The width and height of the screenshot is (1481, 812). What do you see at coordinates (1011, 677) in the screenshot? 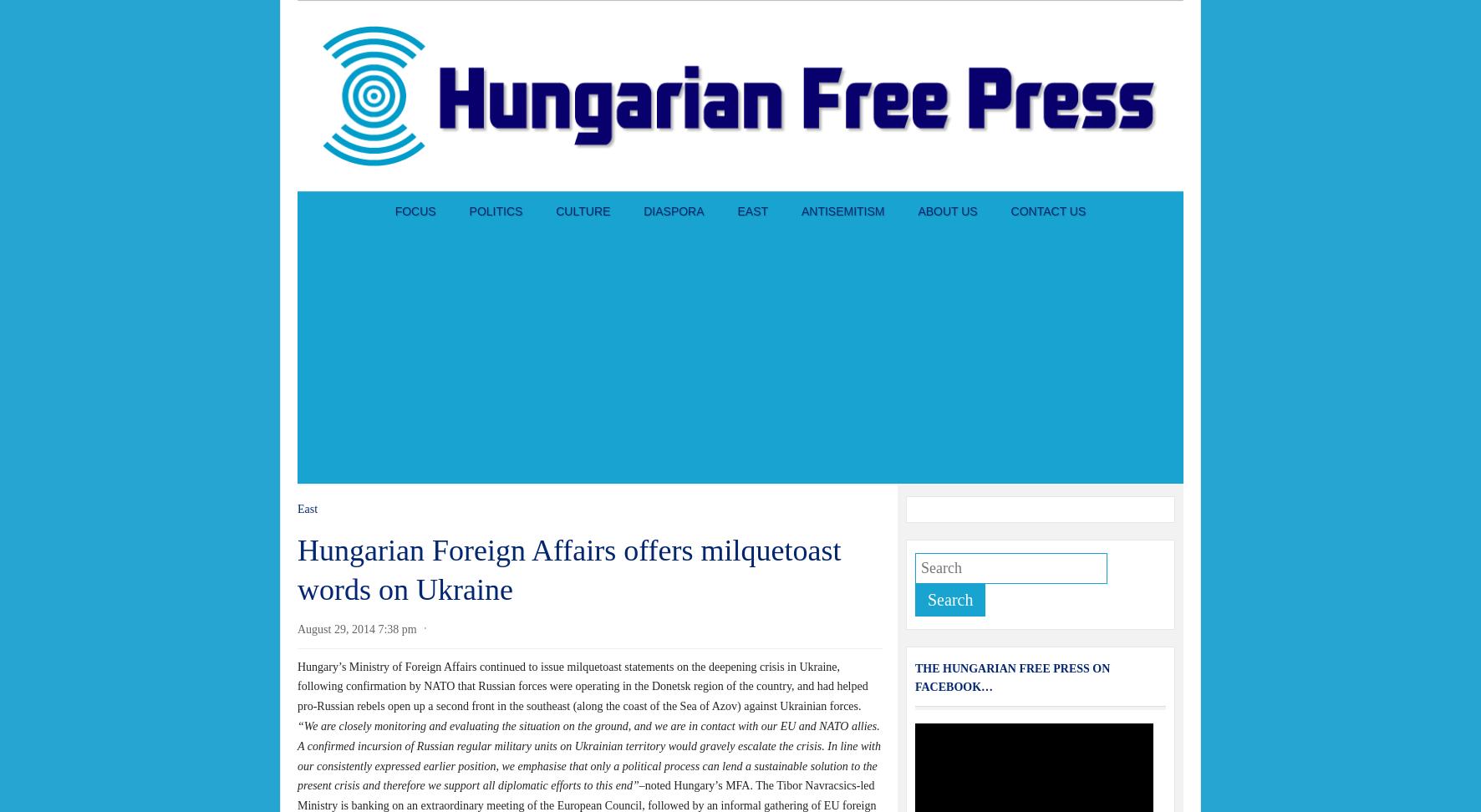
I see `'The Hungarian Free Press on Facebook…'` at bounding box center [1011, 677].